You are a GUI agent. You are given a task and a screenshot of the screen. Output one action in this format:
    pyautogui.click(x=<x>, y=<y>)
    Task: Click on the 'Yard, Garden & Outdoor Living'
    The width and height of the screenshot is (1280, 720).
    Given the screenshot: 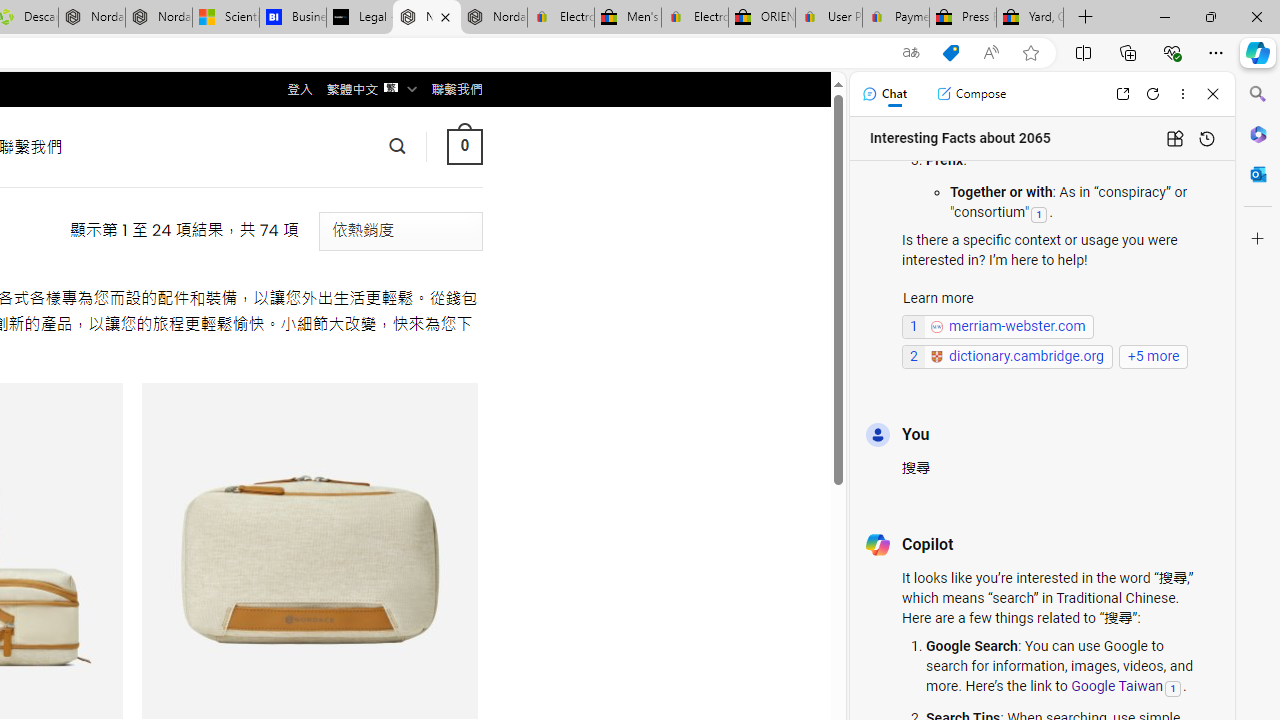 What is the action you would take?
    pyautogui.click(x=1030, y=17)
    